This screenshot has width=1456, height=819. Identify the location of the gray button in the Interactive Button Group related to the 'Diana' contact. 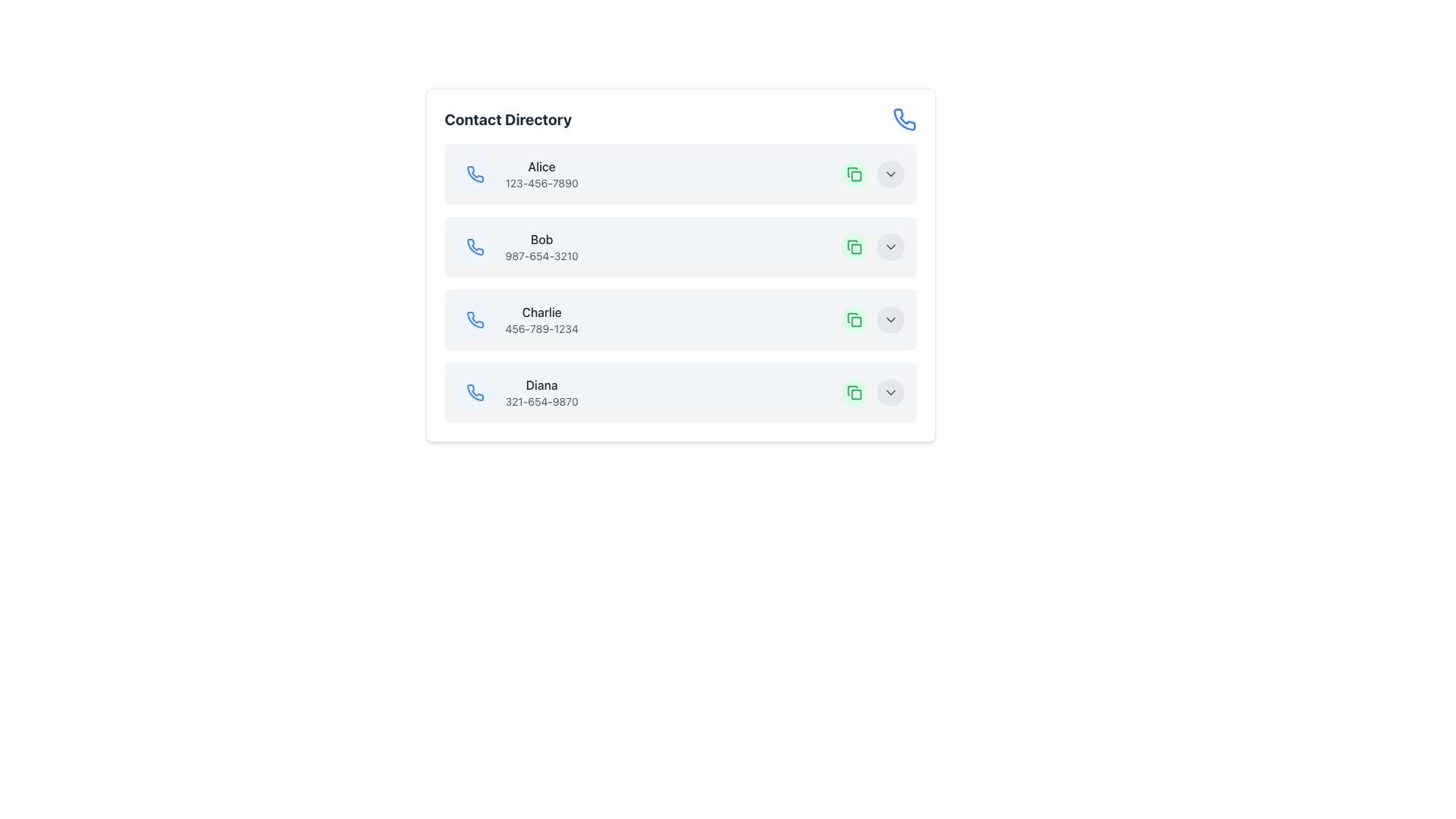
(872, 391).